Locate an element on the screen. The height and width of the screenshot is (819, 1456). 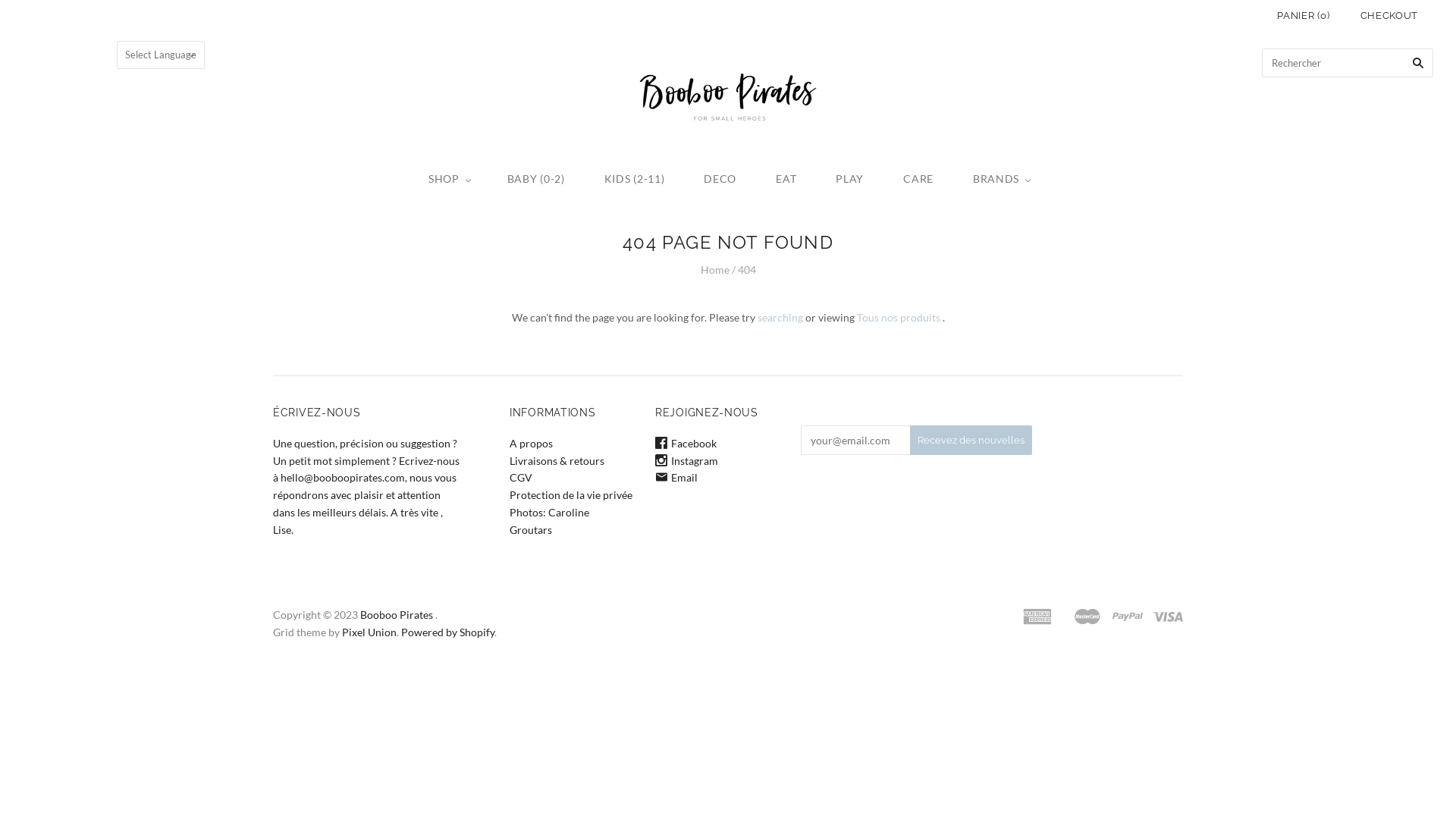
'BABY (0-2)' is located at coordinates (535, 178).